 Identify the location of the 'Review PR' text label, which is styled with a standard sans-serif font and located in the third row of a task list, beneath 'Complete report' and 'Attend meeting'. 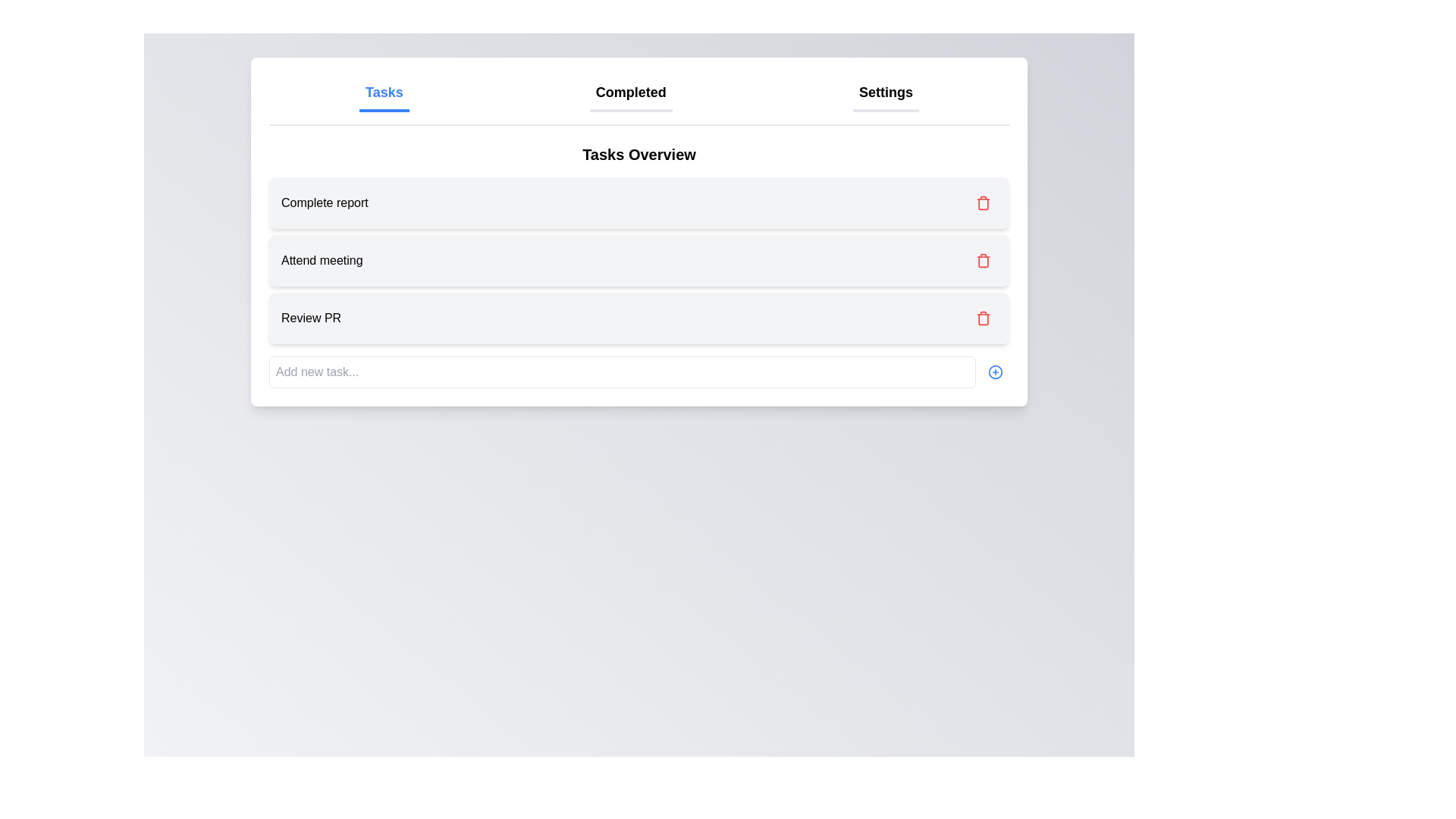
(310, 318).